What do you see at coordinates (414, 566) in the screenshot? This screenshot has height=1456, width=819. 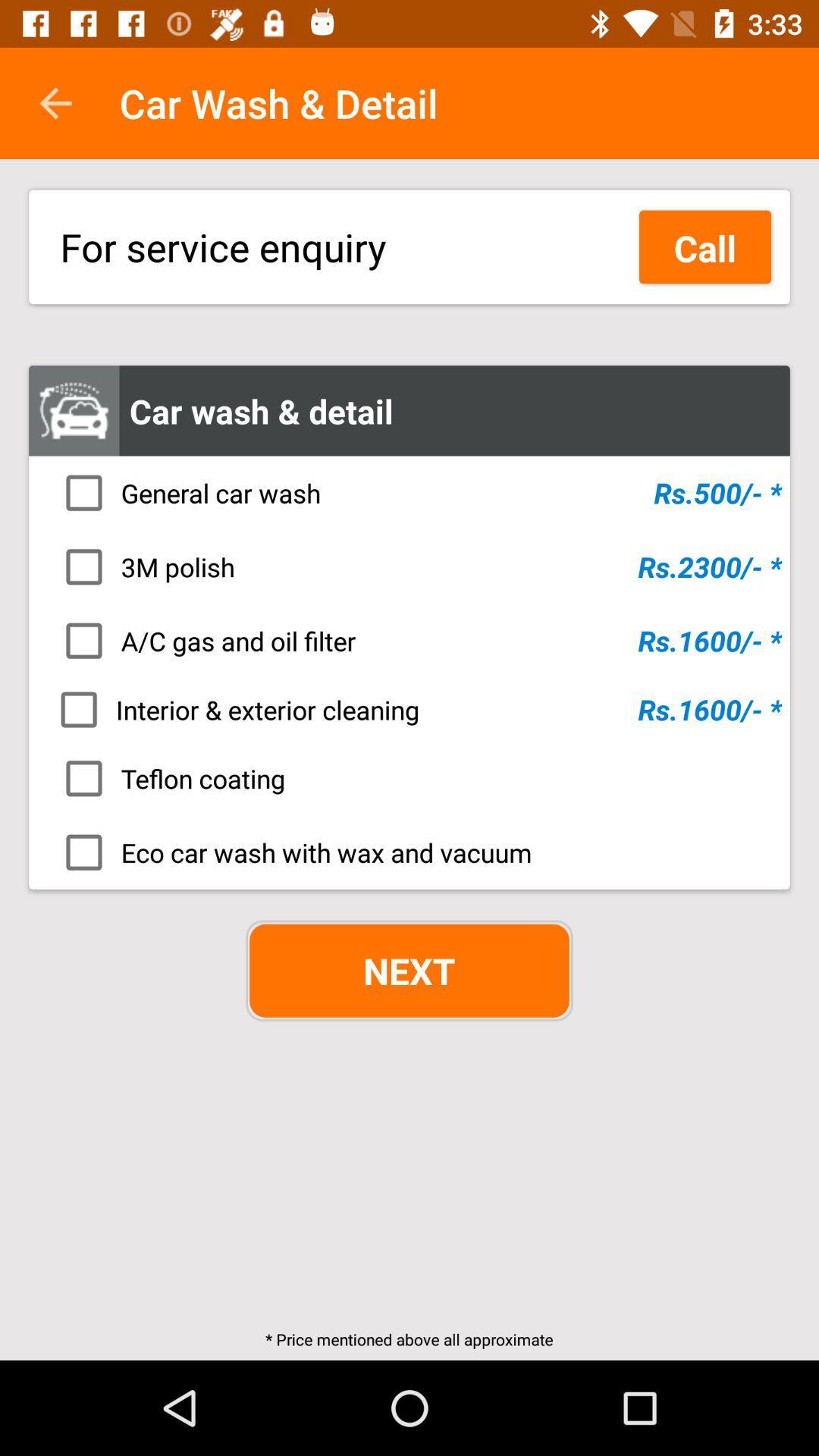 I see `the 3m polish icon` at bounding box center [414, 566].